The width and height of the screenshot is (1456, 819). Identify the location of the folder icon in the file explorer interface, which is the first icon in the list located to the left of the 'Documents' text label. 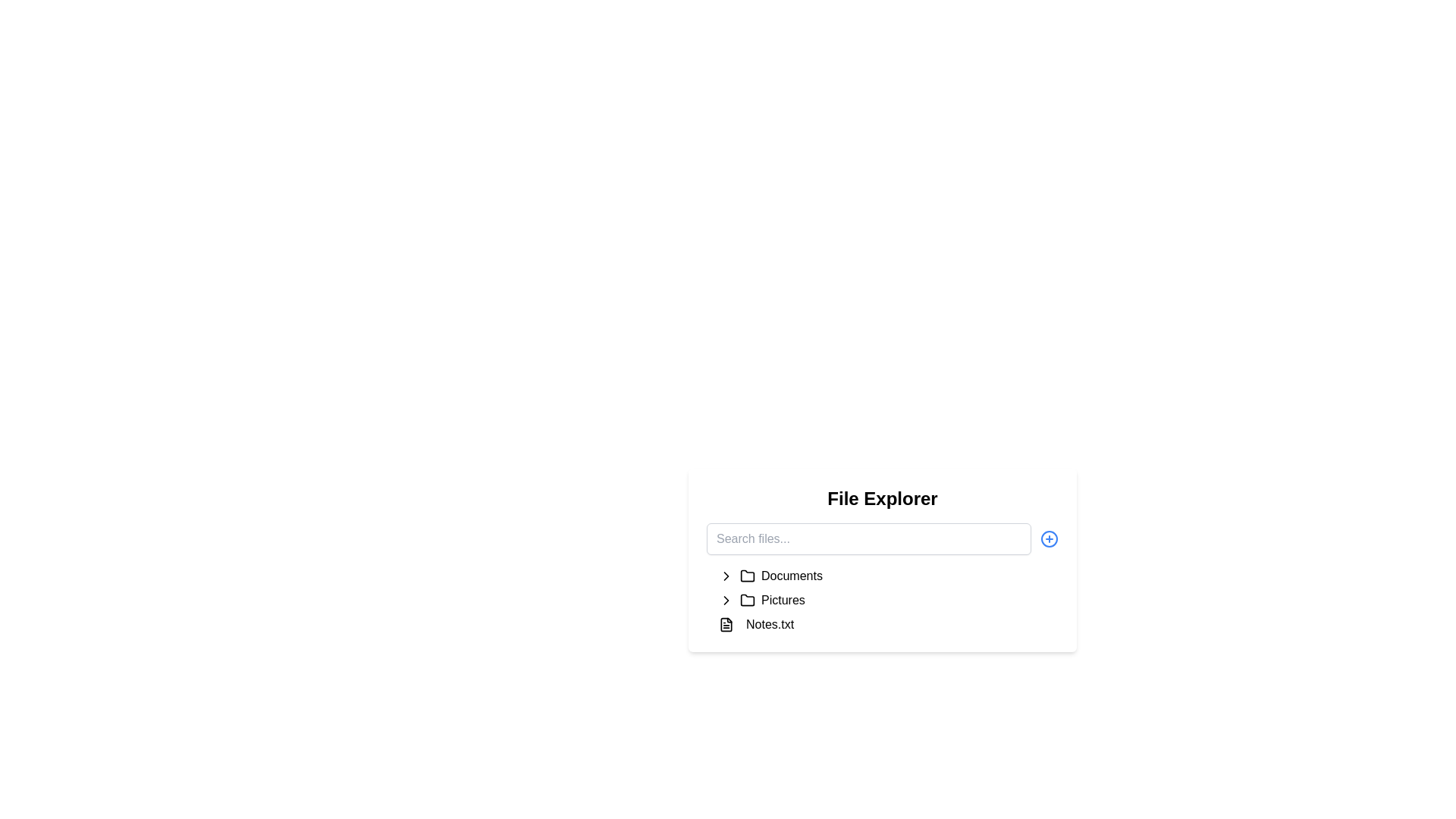
(747, 576).